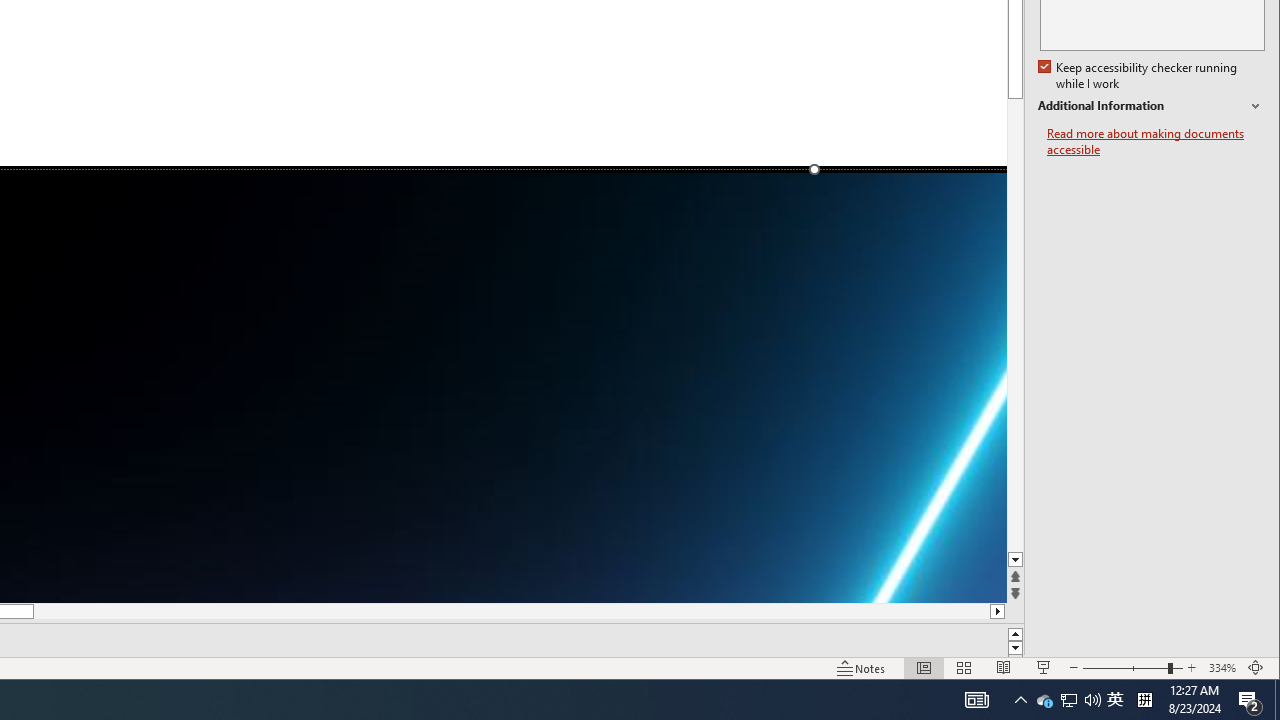 This screenshot has height=720, width=1280. I want to click on 'Zoom 334%', so click(1221, 668).